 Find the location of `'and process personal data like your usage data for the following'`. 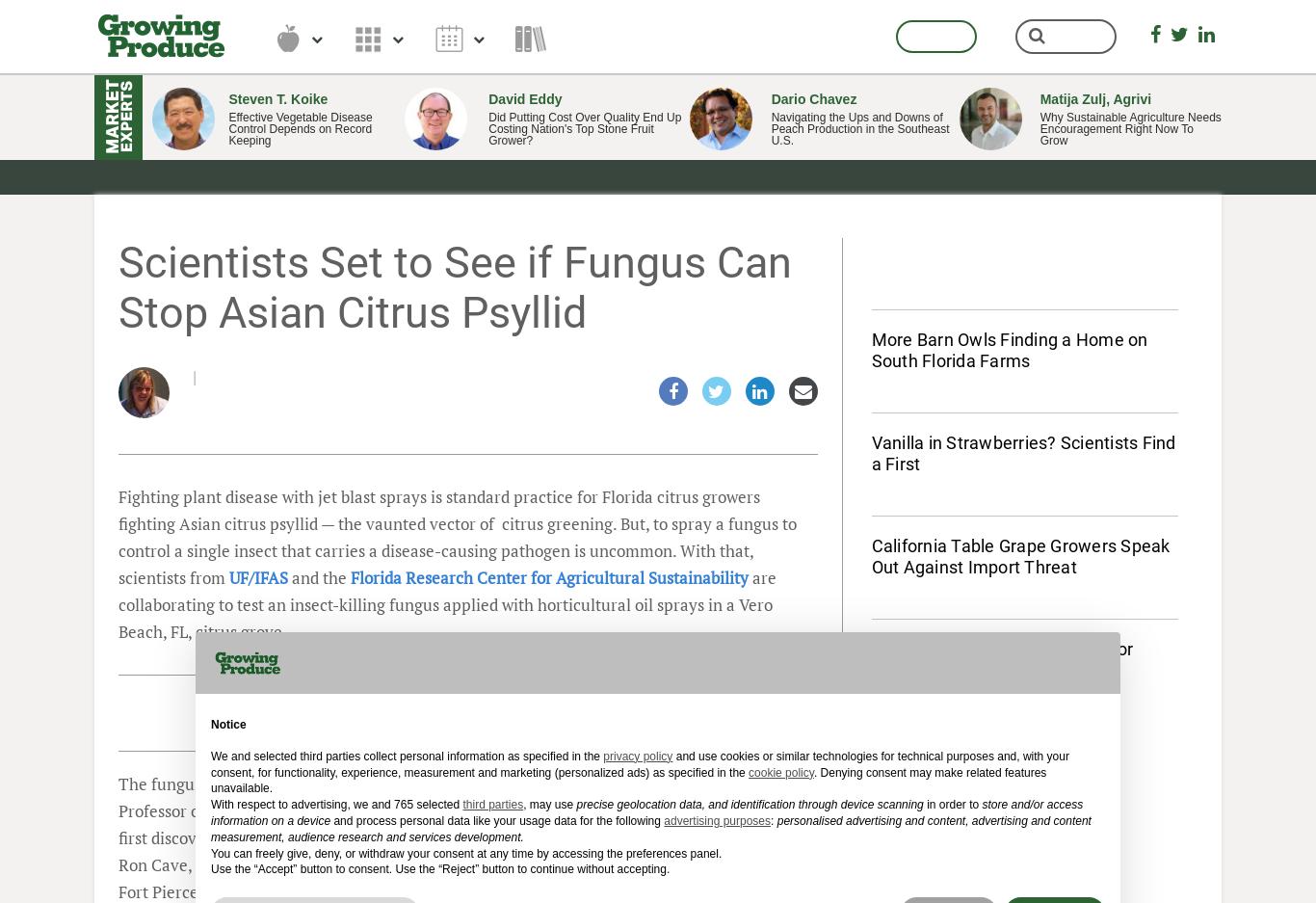

'and process personal data like your usage data for the following' is located at coordinates (496, 821).